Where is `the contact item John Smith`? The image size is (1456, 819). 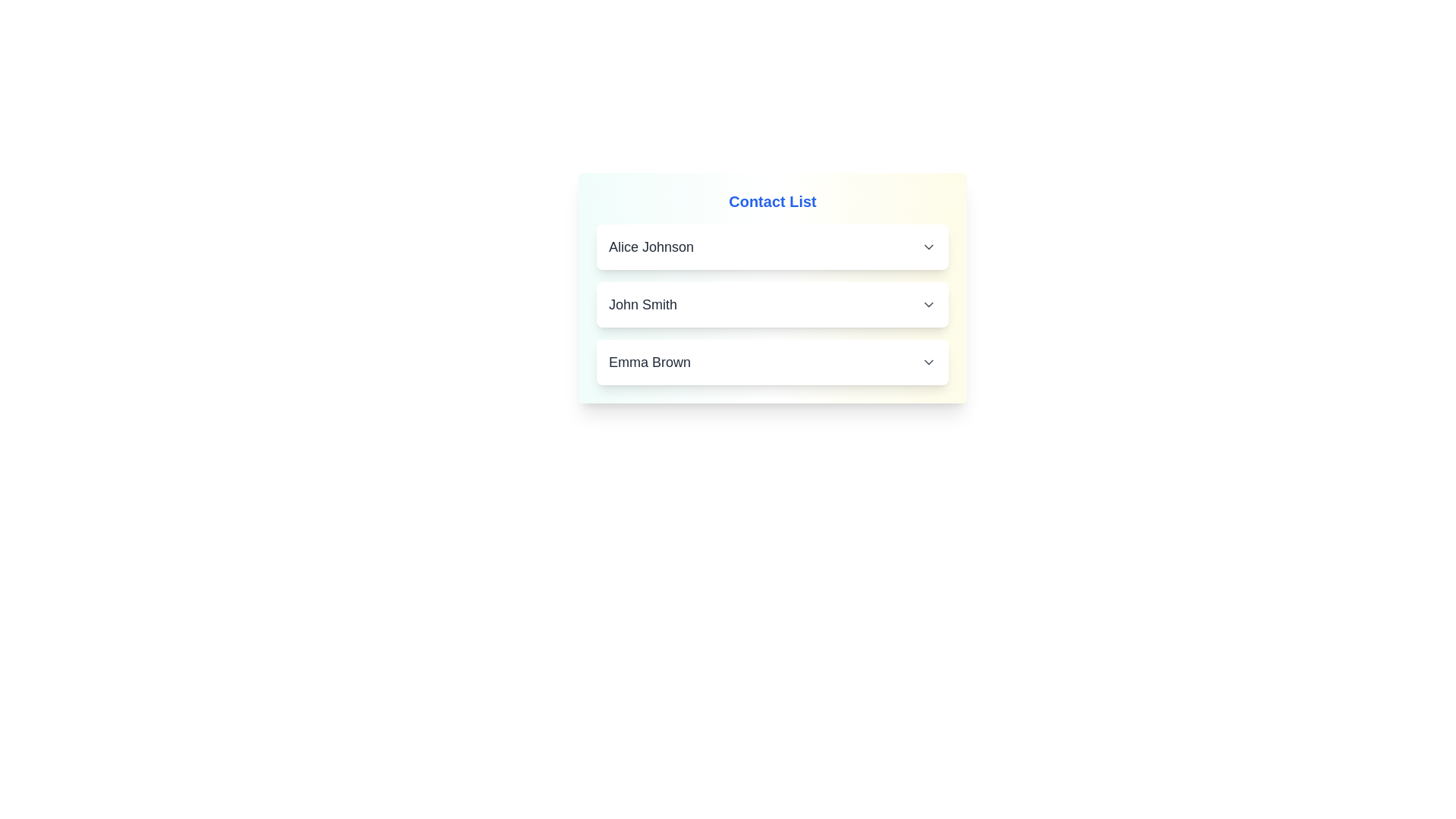
the contact item John Smith is located at coordinates (772, 304).